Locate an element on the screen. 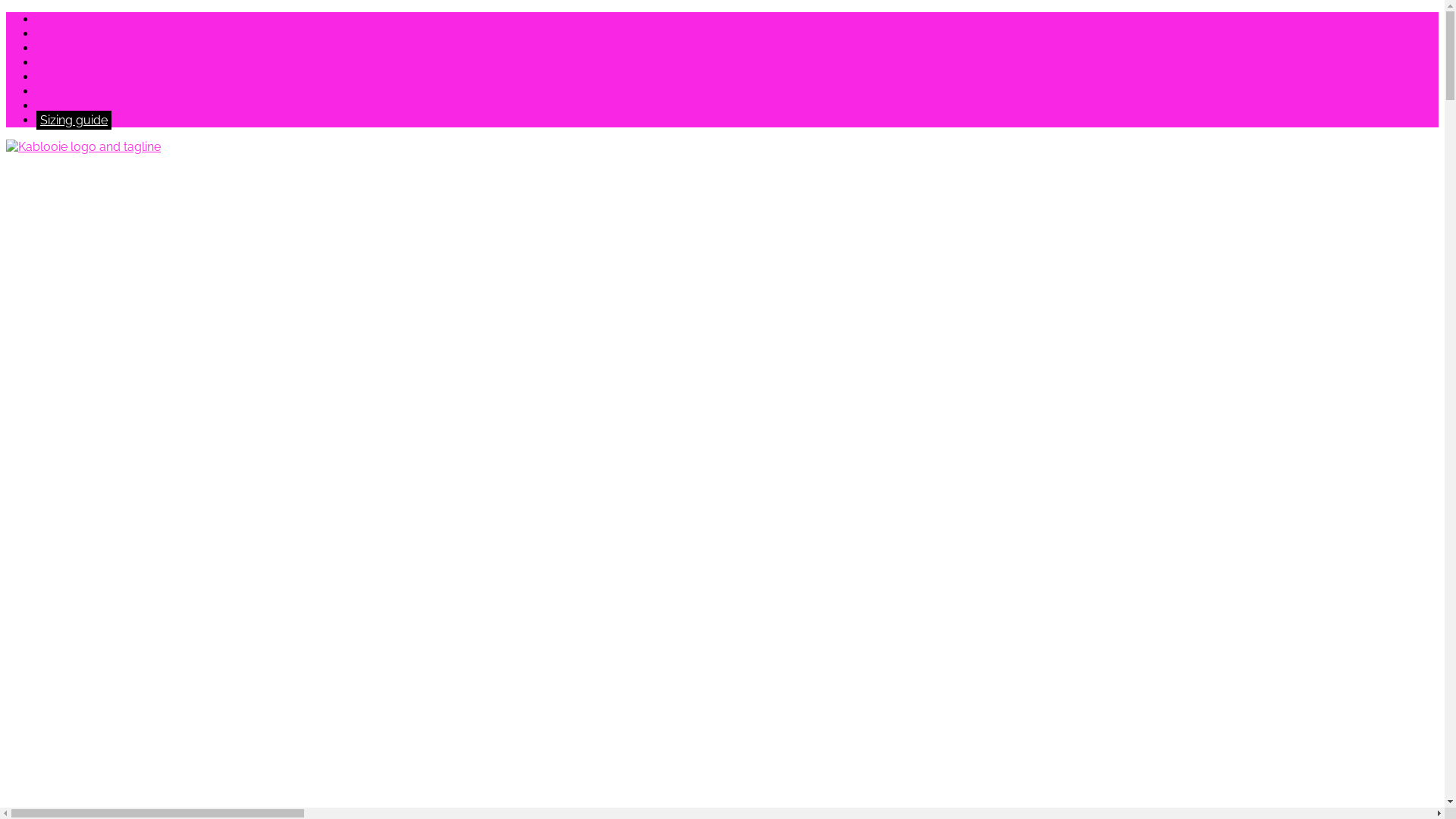 This screenshot has height=819, width=1456. 'Home' is located at coordinates (54, 19).